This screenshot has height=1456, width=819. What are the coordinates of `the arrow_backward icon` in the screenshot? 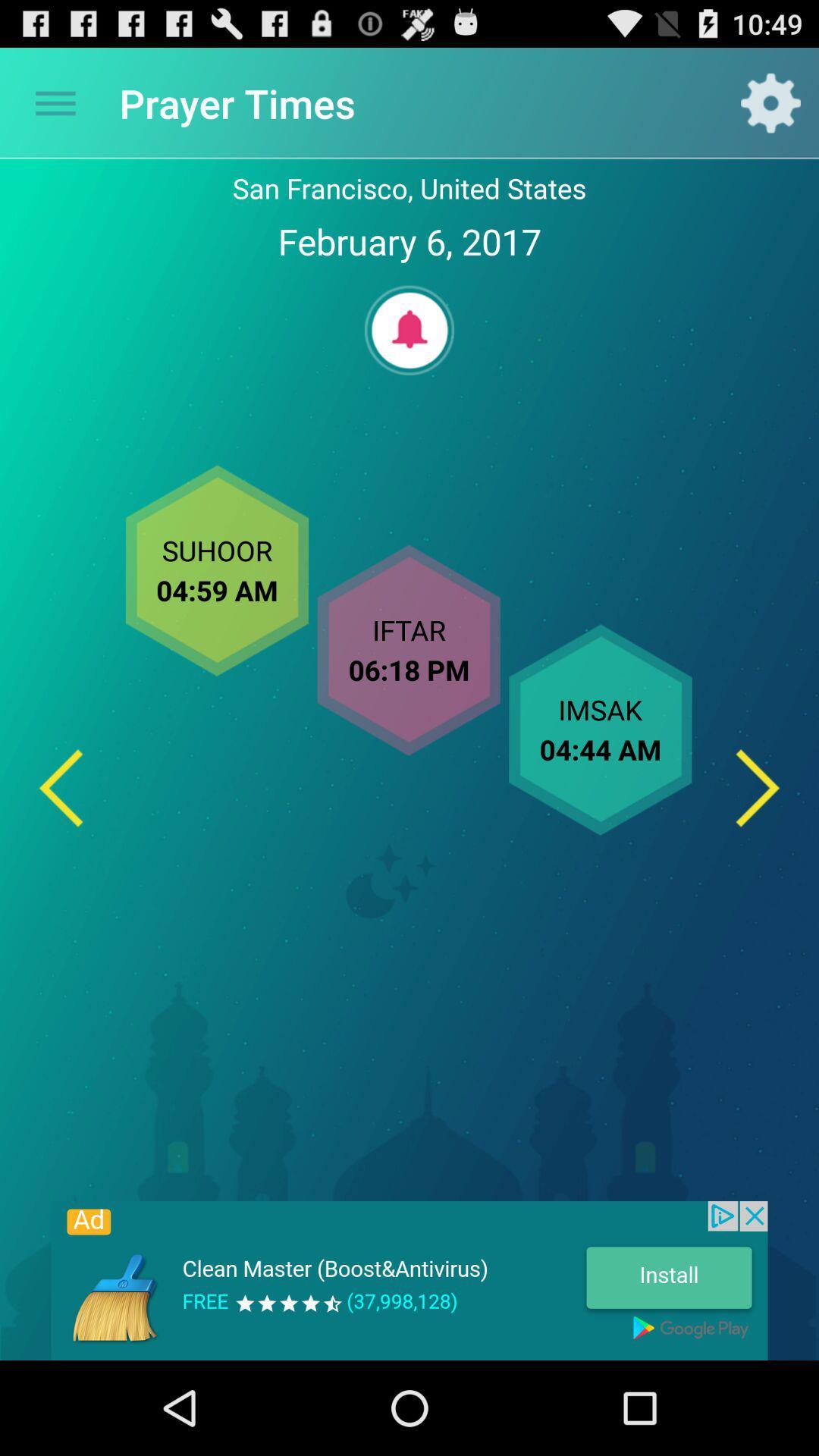 It's located at (60, 843).